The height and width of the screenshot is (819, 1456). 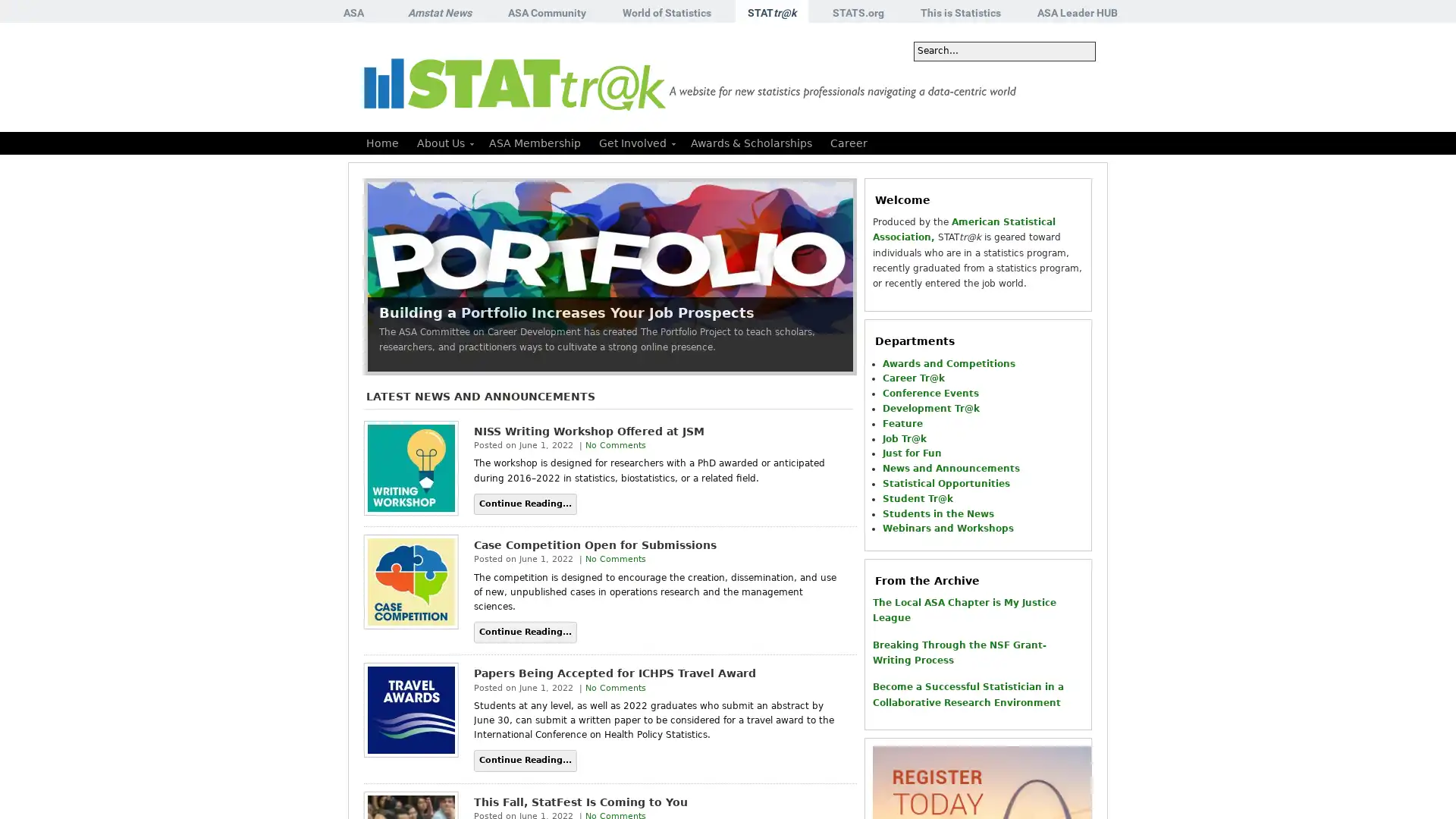 I want to click on Search, so click(x=1074, y=51).